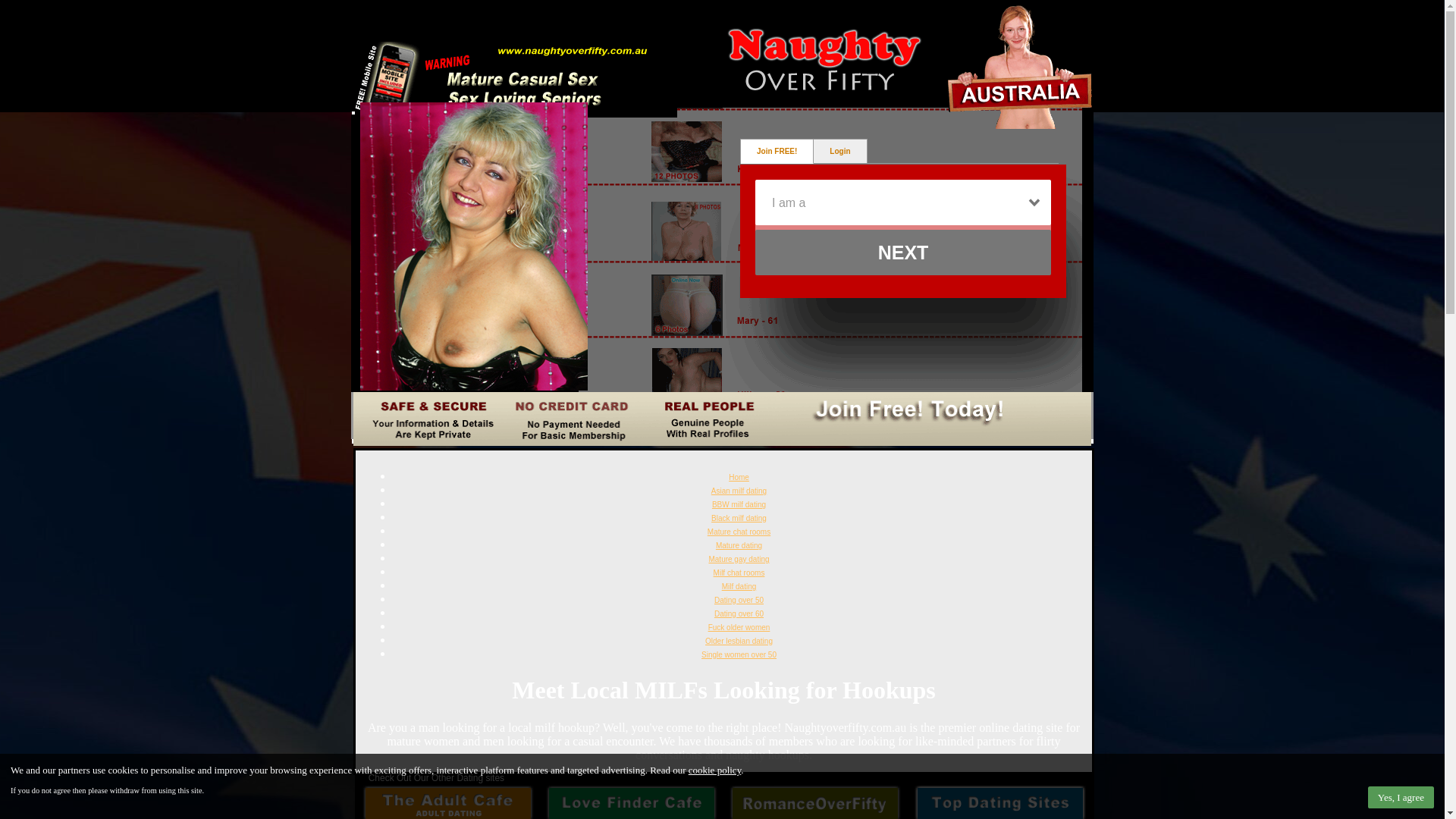 This screenshot has width=1456, height=819. I want to click on 'Milf chat rooms', so click(739, 573).